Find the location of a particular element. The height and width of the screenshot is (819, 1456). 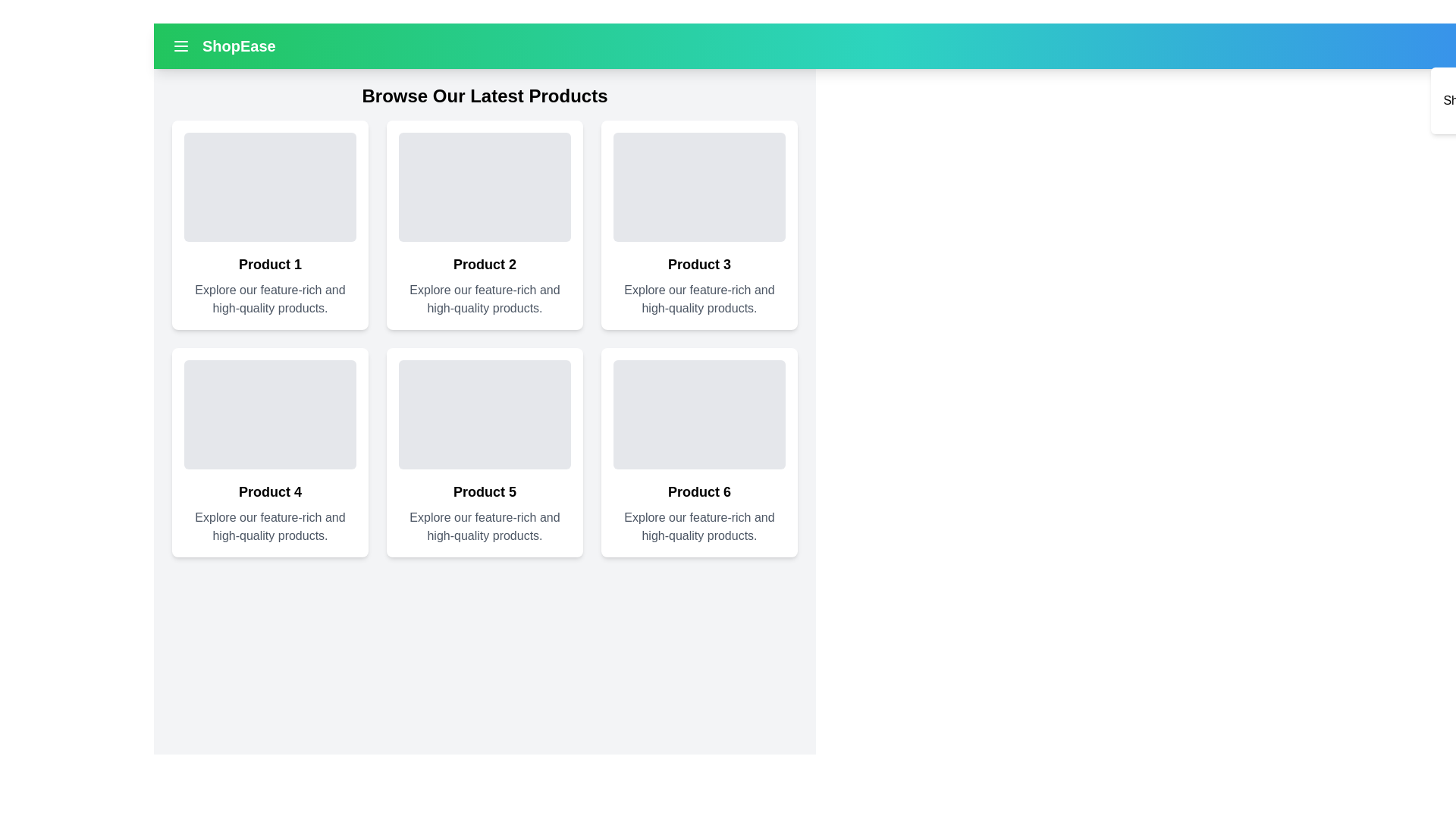

the Informational card displaying 'Product 4', which is the fourth card in a grid of six, located in the bottom-left corner and adjacent to 'Product 3' above and 'Product 5' to the right is located at coordinates (270, 452).